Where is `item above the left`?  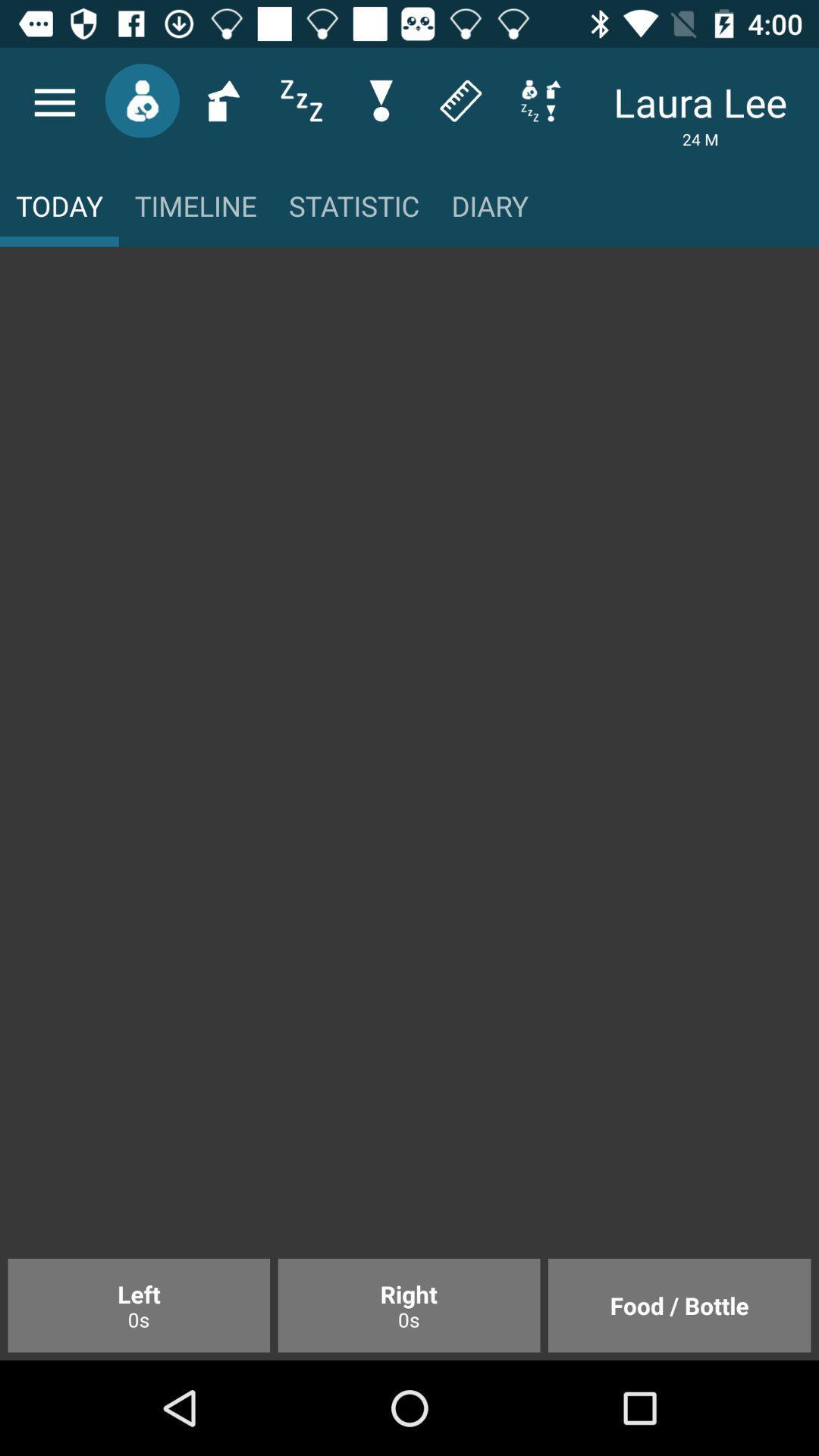 item above the left is located at coordinates (409, 761).